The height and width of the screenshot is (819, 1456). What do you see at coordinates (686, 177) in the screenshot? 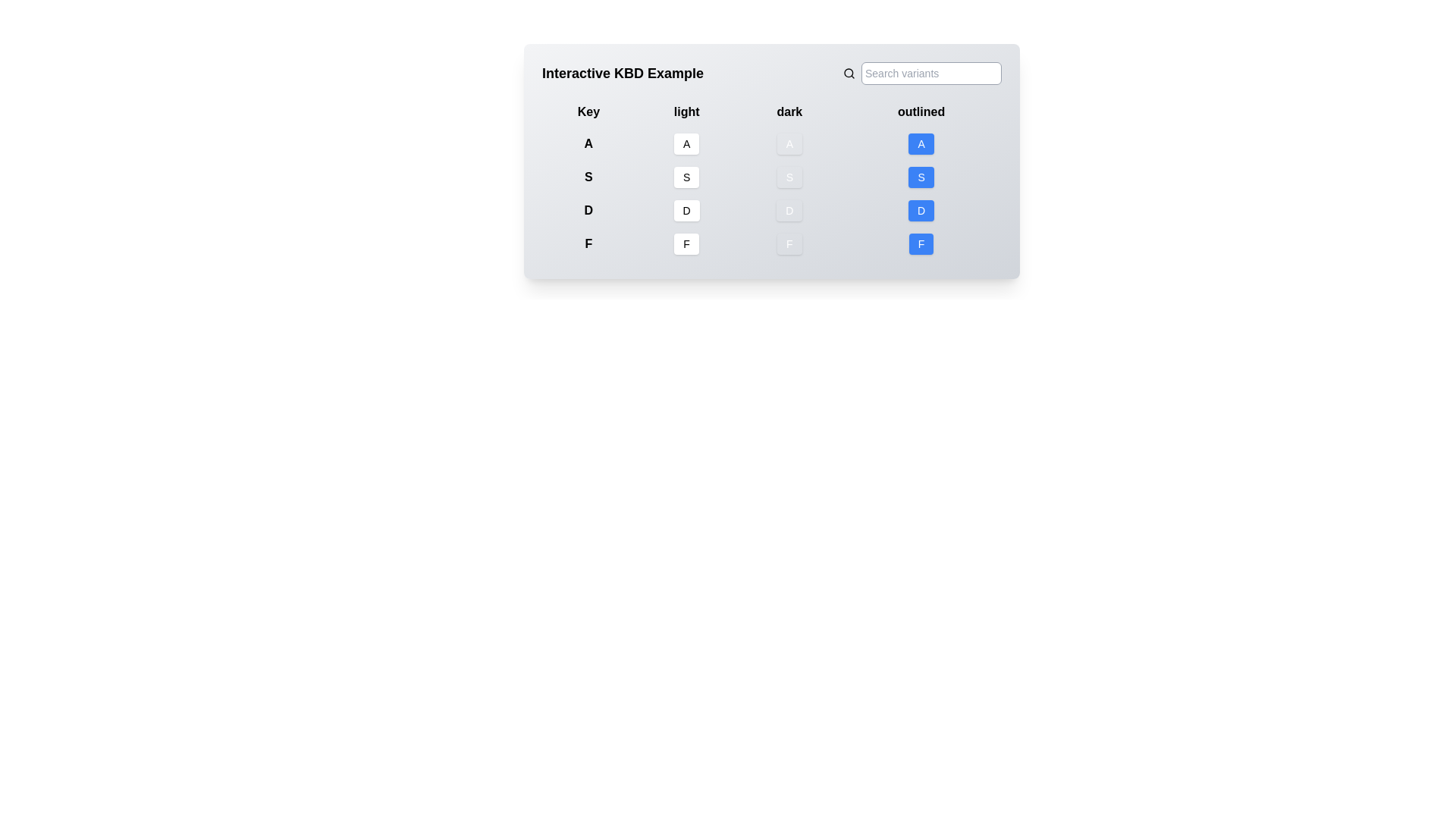
I see `the small rectangular button with rounded corners and a white background that contains a centered capital letter 'S' in black text, located under the 'light' column` at bounding box center [686, 177].